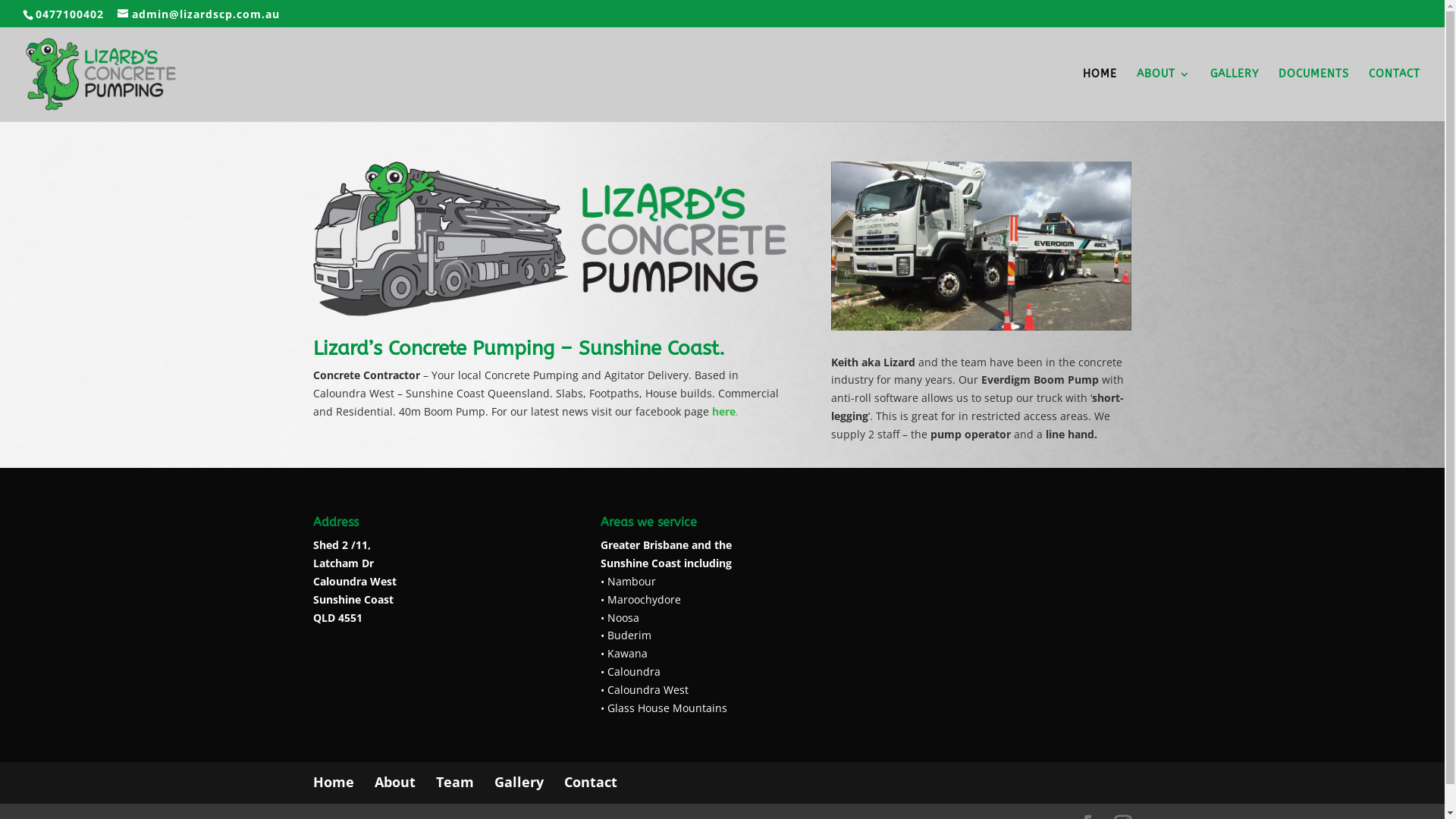 This screenshot has width=1456, height=819. I want to click on 'ABOUT', so click(1163, 95).